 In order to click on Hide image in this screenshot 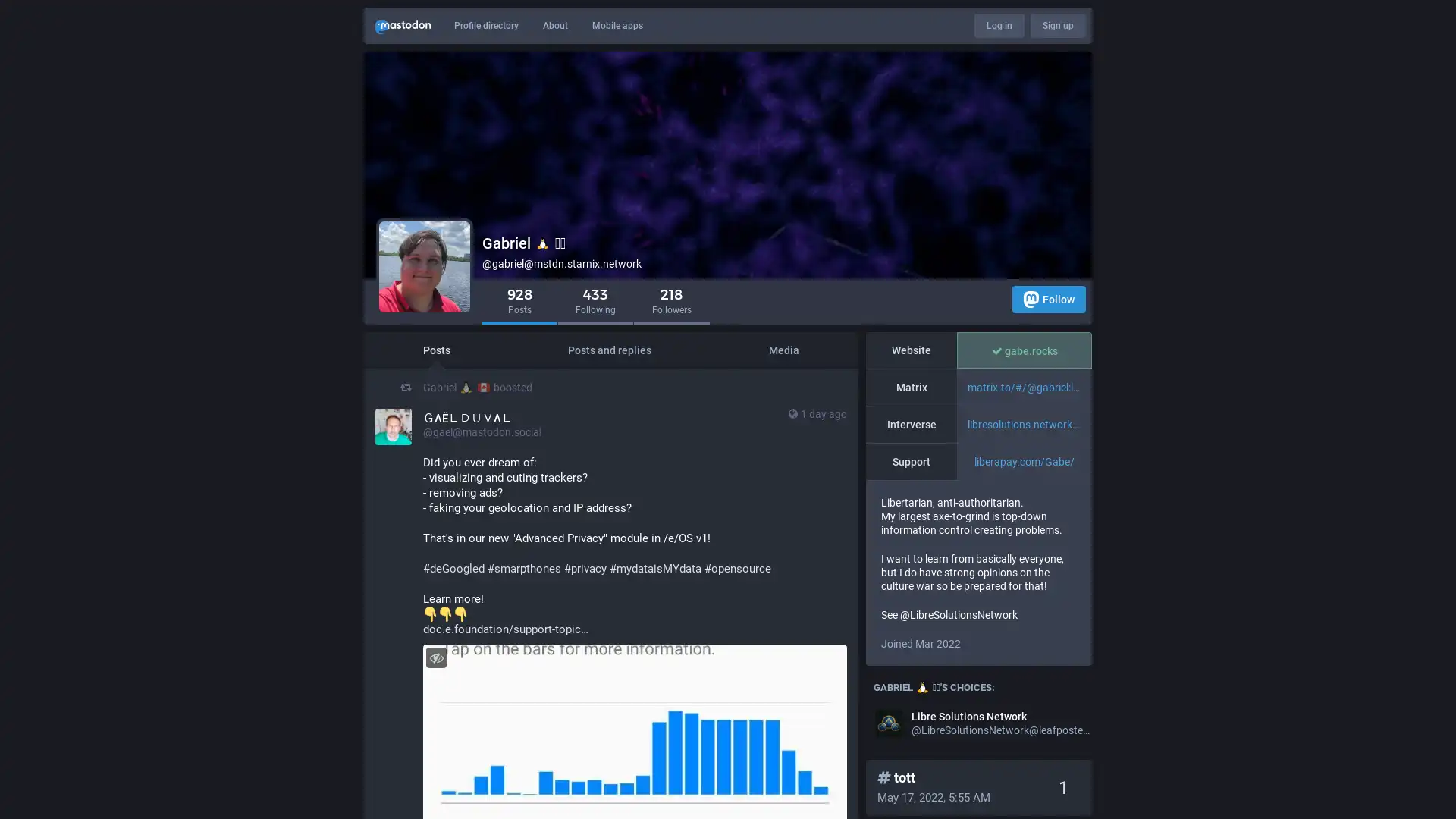, I will do `click(435, 657)`.